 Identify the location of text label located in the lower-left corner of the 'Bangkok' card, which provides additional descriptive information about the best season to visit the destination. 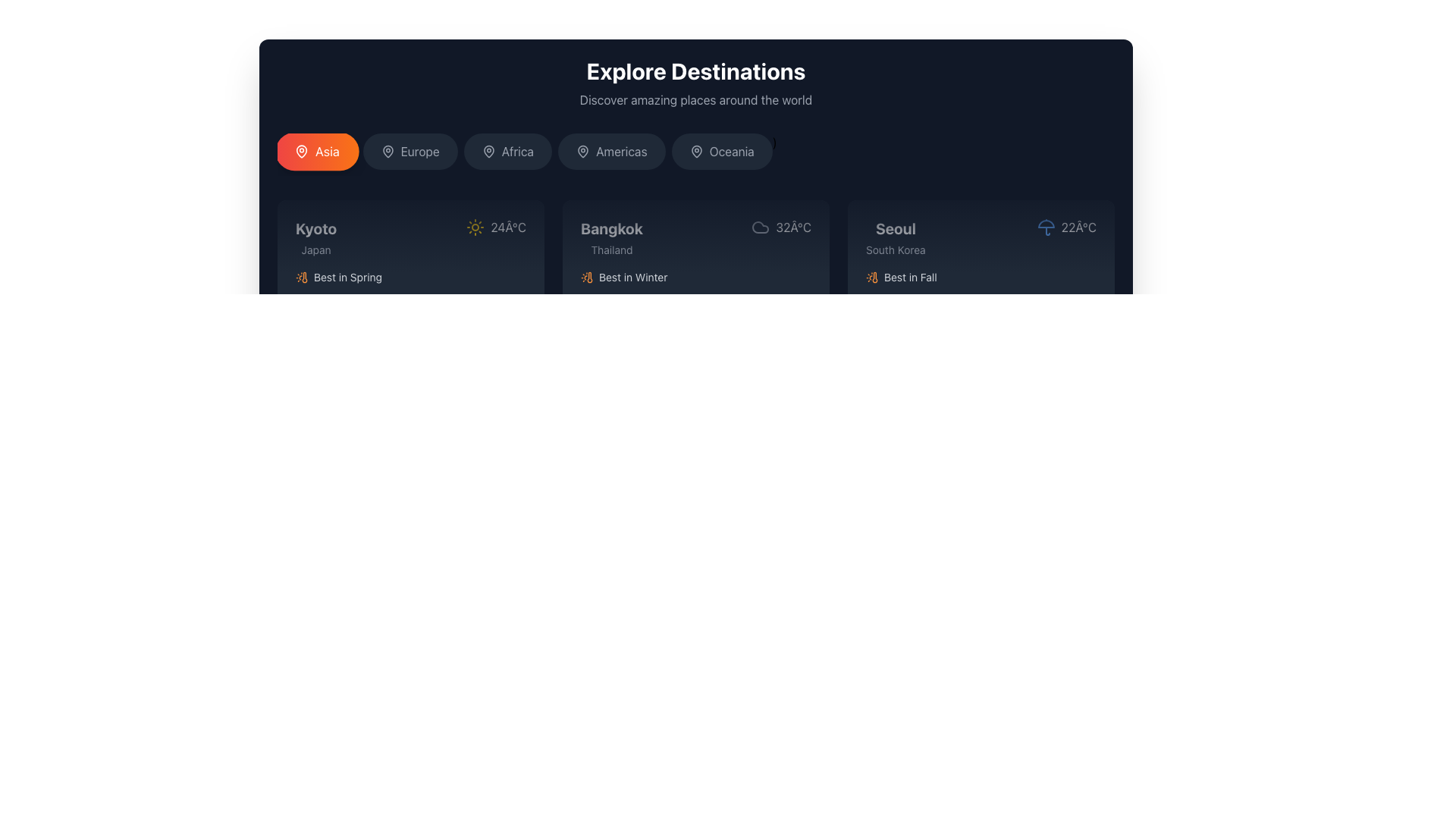
(633, 278).